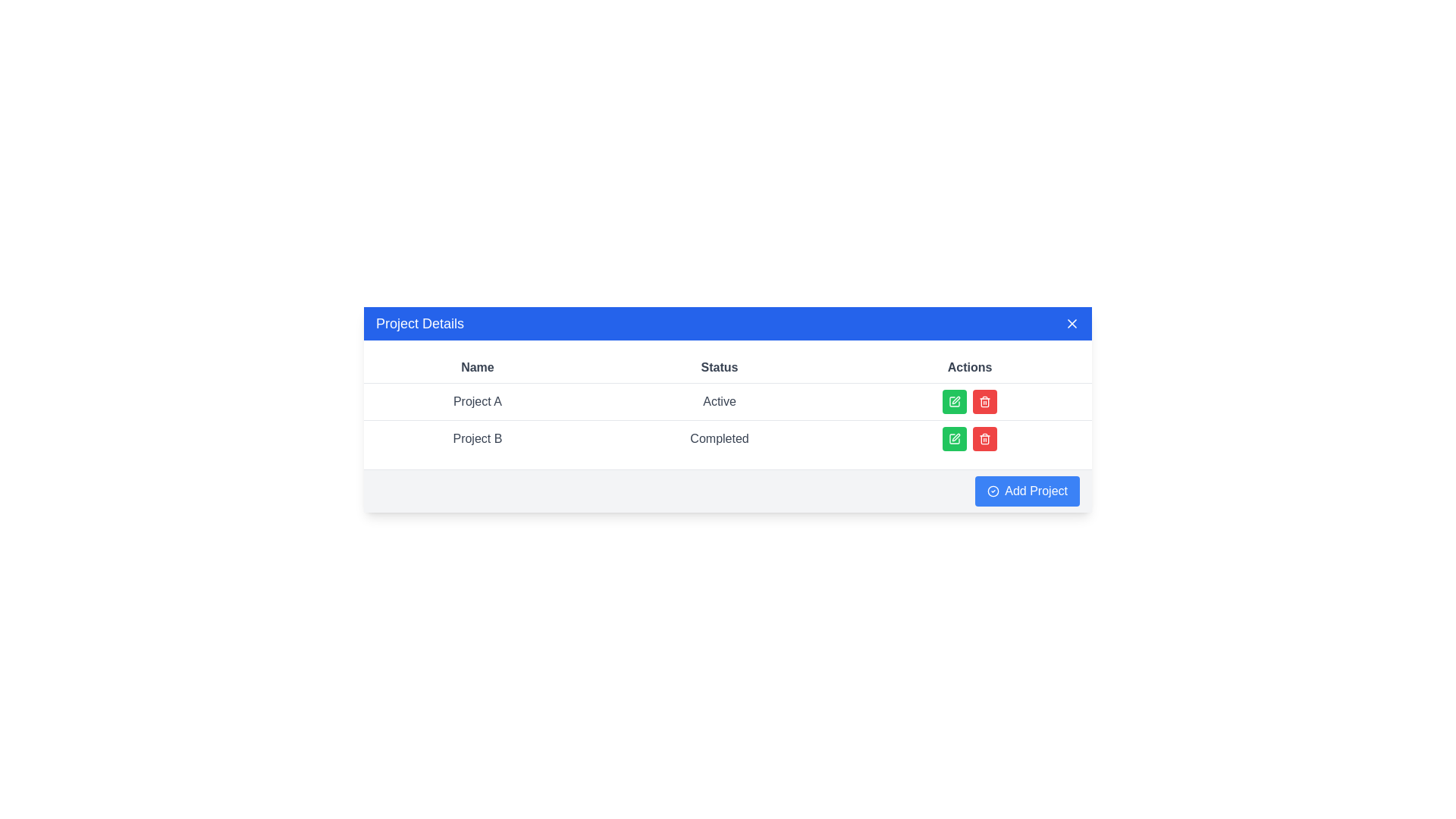  What do you see at coordinates (420, 322) in the screenshot?
I see `the Text label that serves as a title or label for the section related to project details, located in the top bar of the interface, aligned towards the left` at bounding box center [420, 322].